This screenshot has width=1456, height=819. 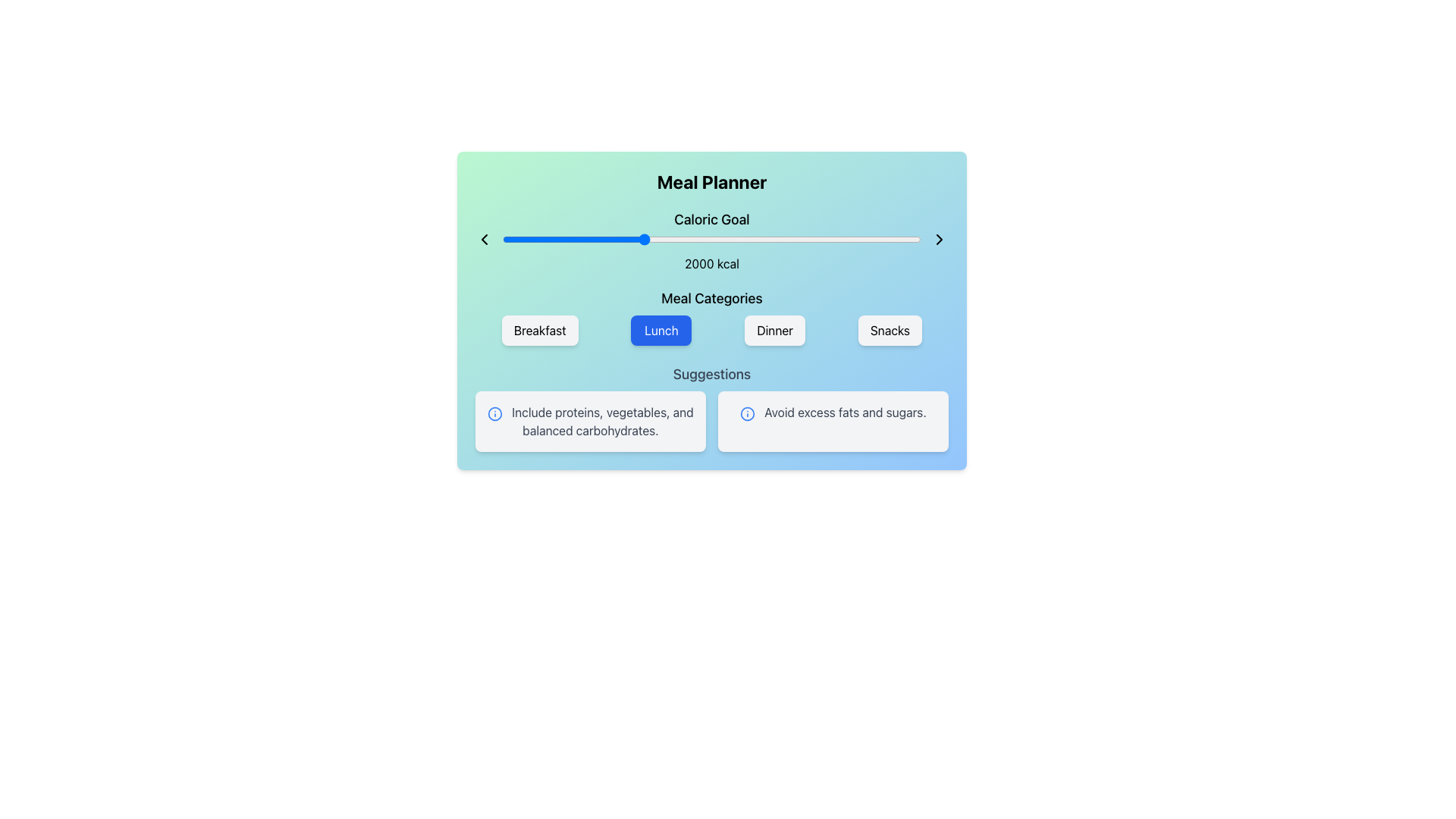 I want to click on the caloric goal, so click(x=611, y=239).